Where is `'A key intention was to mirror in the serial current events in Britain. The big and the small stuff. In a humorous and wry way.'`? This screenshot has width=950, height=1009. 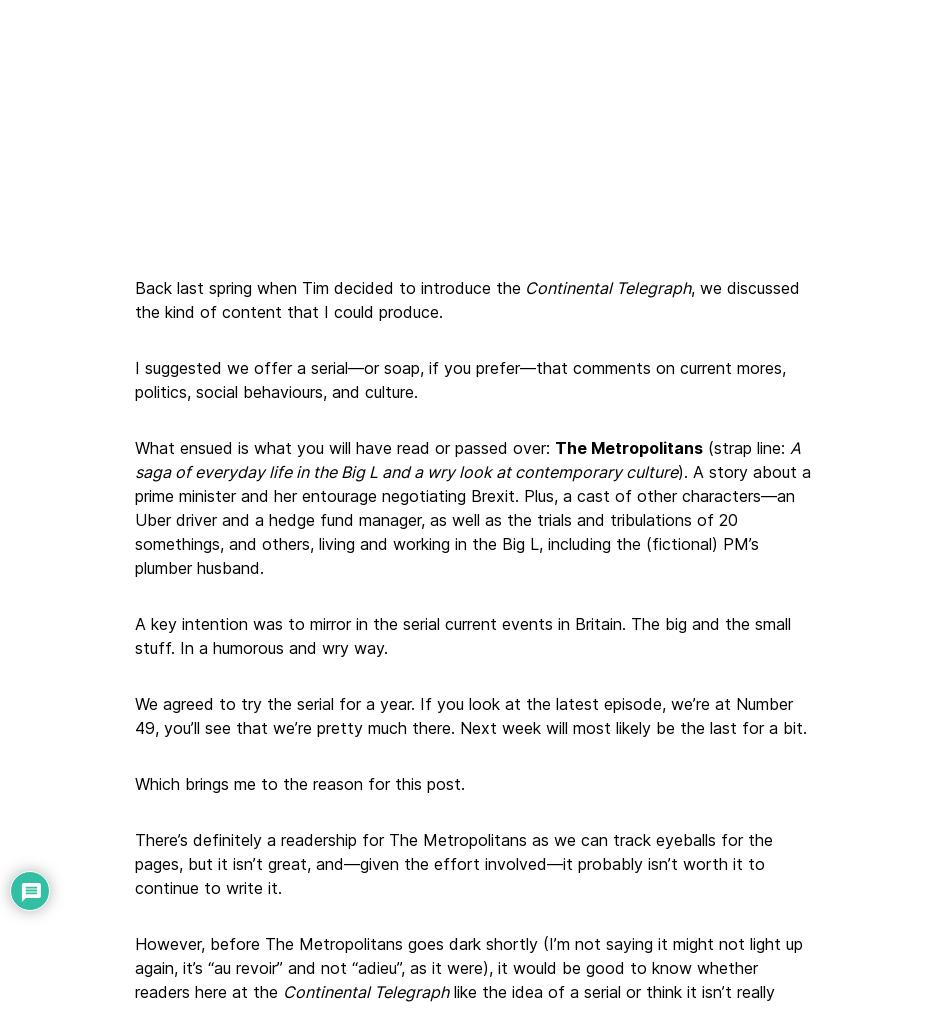
'A key intention was to mirror in the serial current events in Britain. The big and the small stuff. In a humorous and wry way.' is located at coordinates (462, 634).